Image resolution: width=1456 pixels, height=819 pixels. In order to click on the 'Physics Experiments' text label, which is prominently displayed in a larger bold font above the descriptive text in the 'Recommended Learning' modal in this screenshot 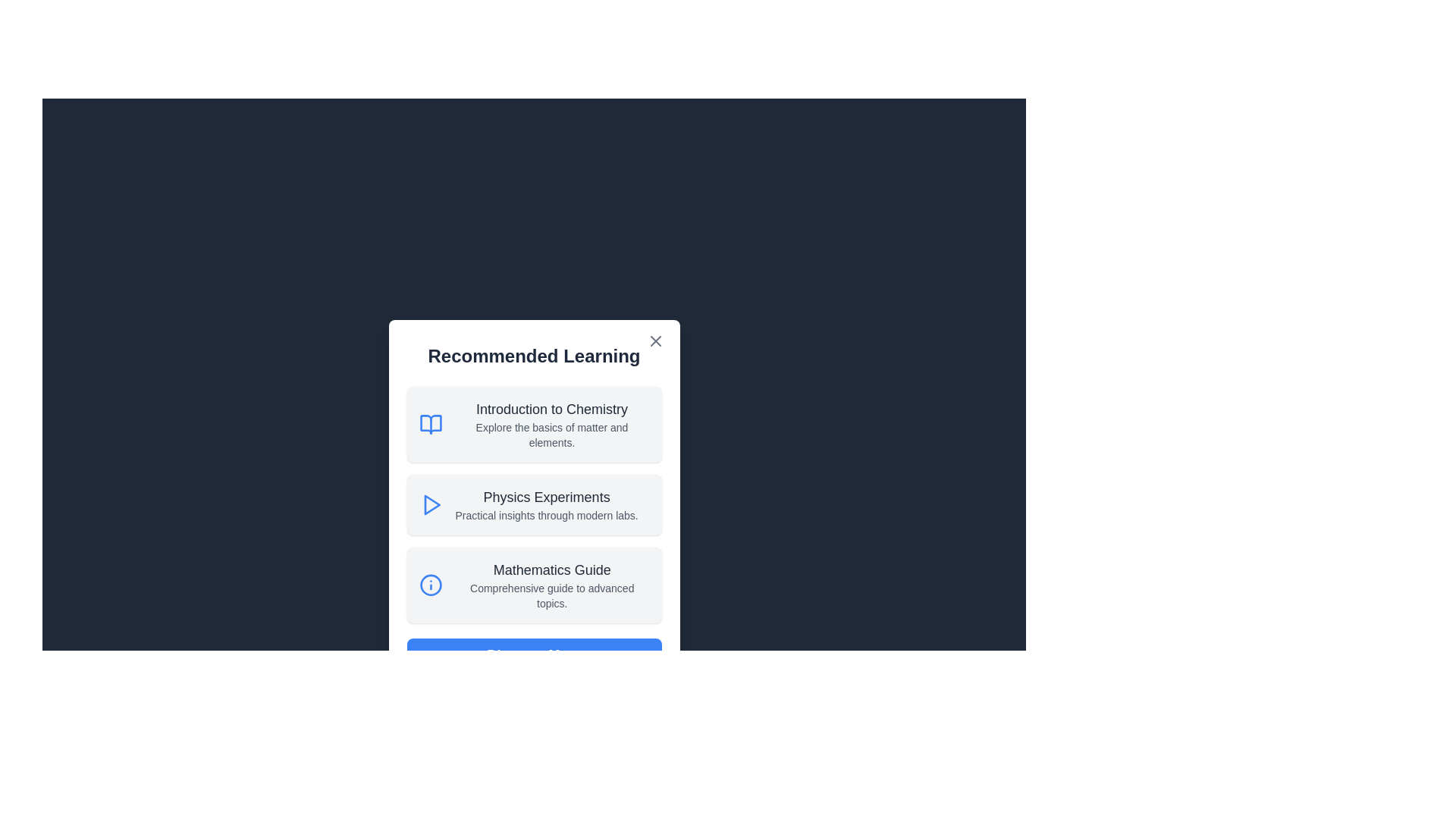, I will do `click(546, 497)`.